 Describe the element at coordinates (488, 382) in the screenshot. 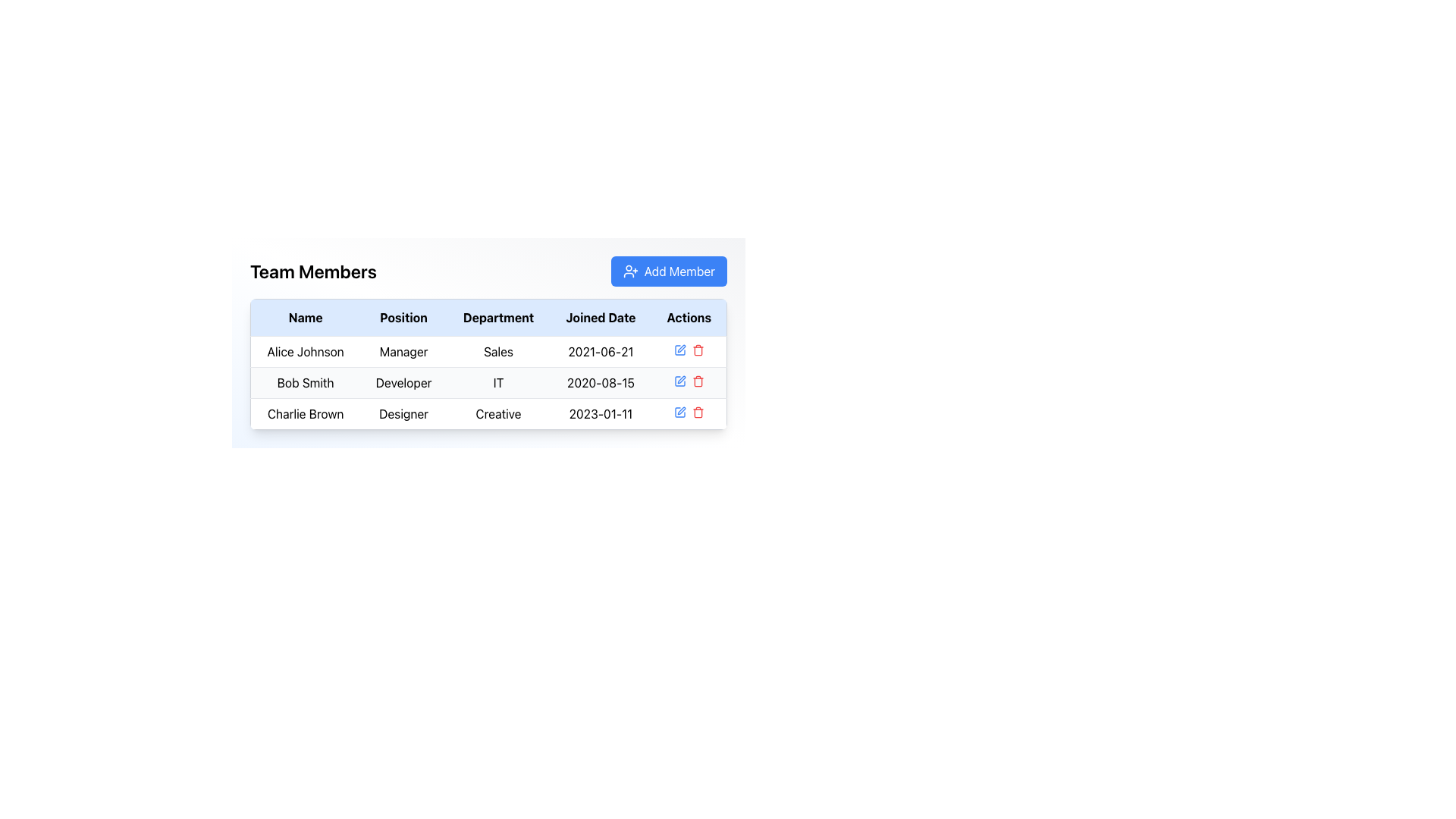

I see `the text 'Bob Smith Developer IT 2020-08-15' in the second row of the table` at that location.